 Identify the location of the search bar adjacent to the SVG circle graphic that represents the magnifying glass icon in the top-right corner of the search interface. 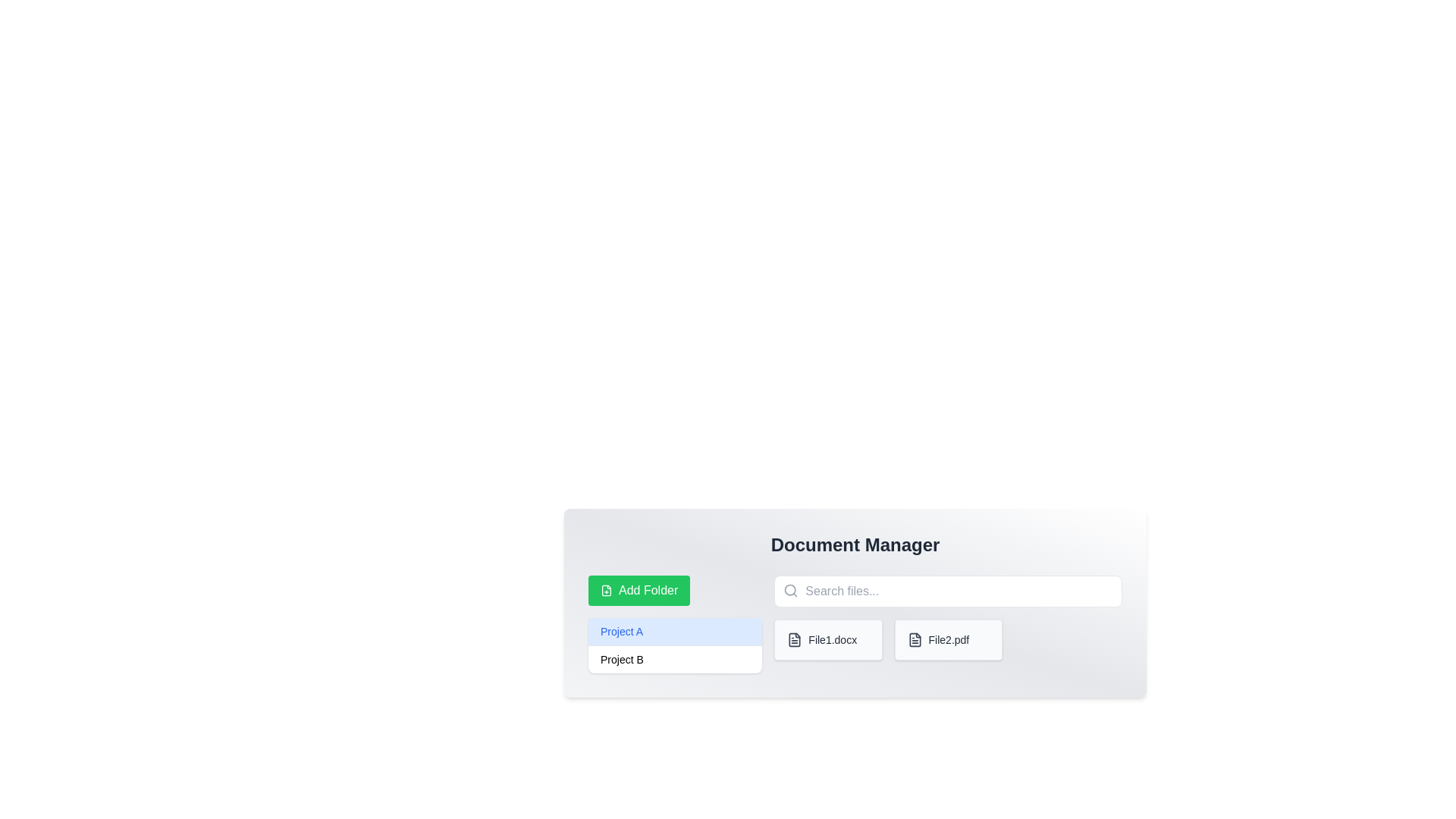
(789, 589).